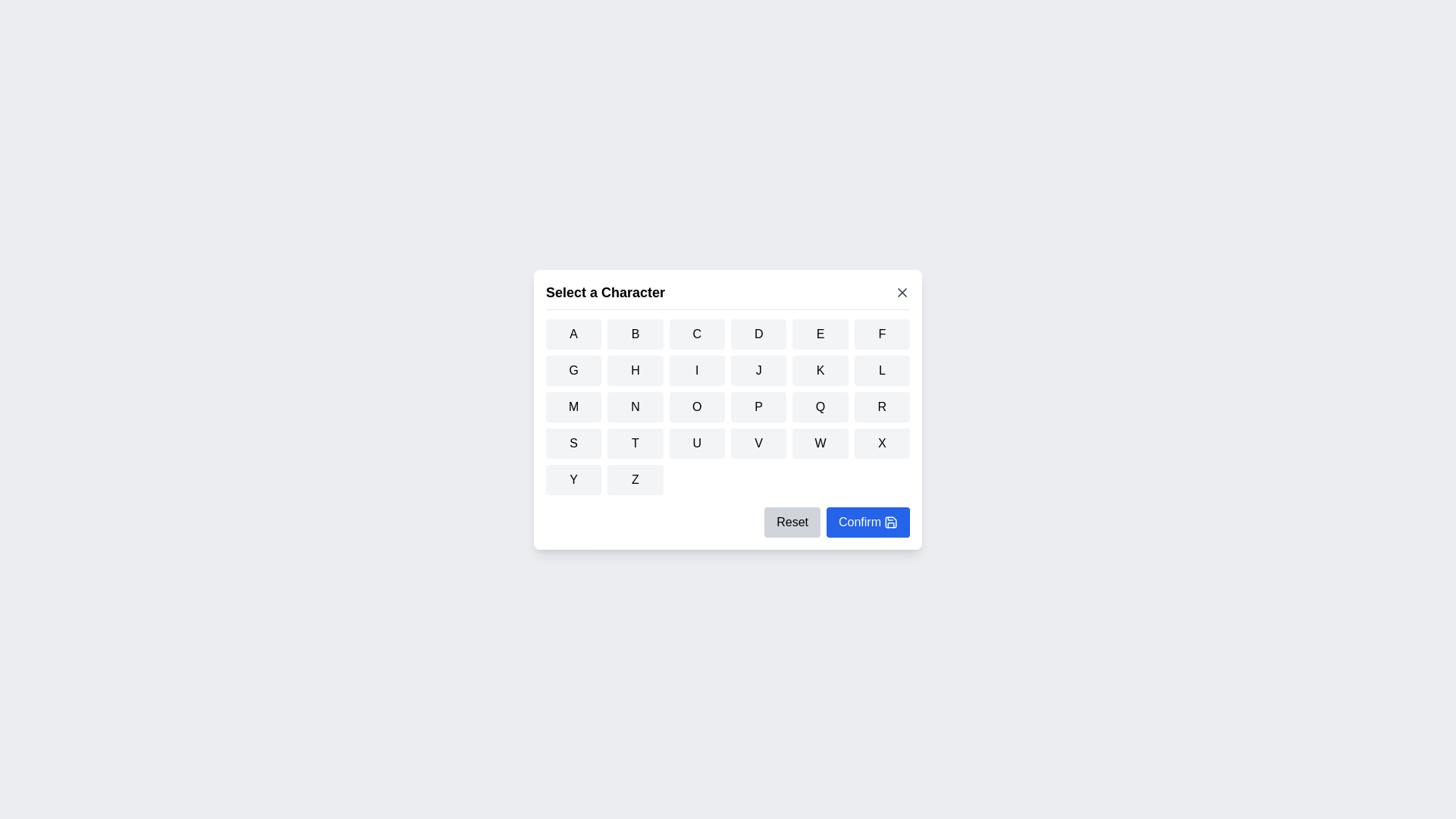 Image resolution: width=1456 pixels, height=819 pixels. What do you see at coordinates (572, 442) in the screenshot?
I see `the button corresponding to the character S to select it` at bounding box center [572, 442].